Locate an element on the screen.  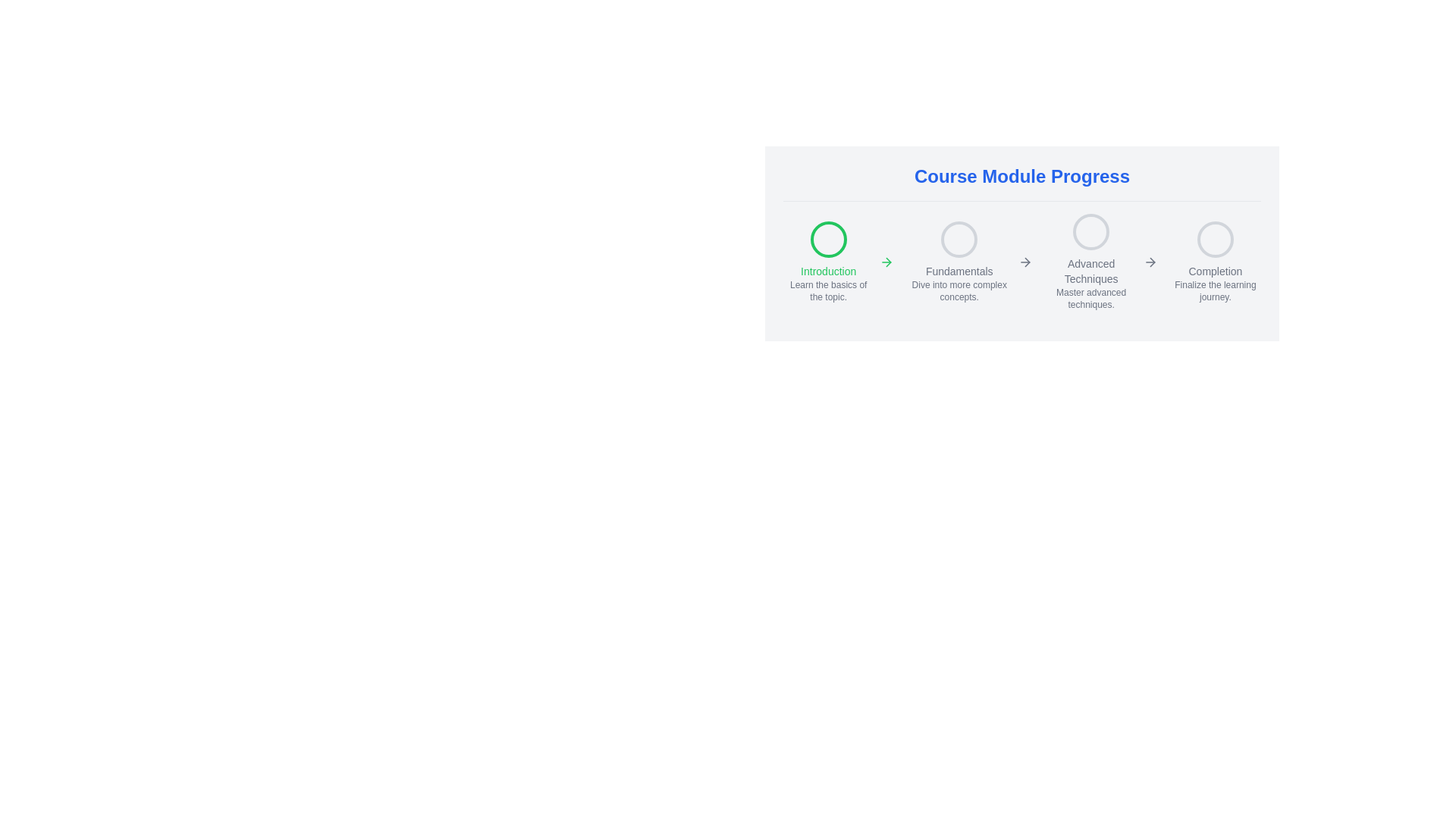
the inactive Interactive step indicator for 'Advanced Techniques' in the progression tracker is located at coordinates (1101, 262).